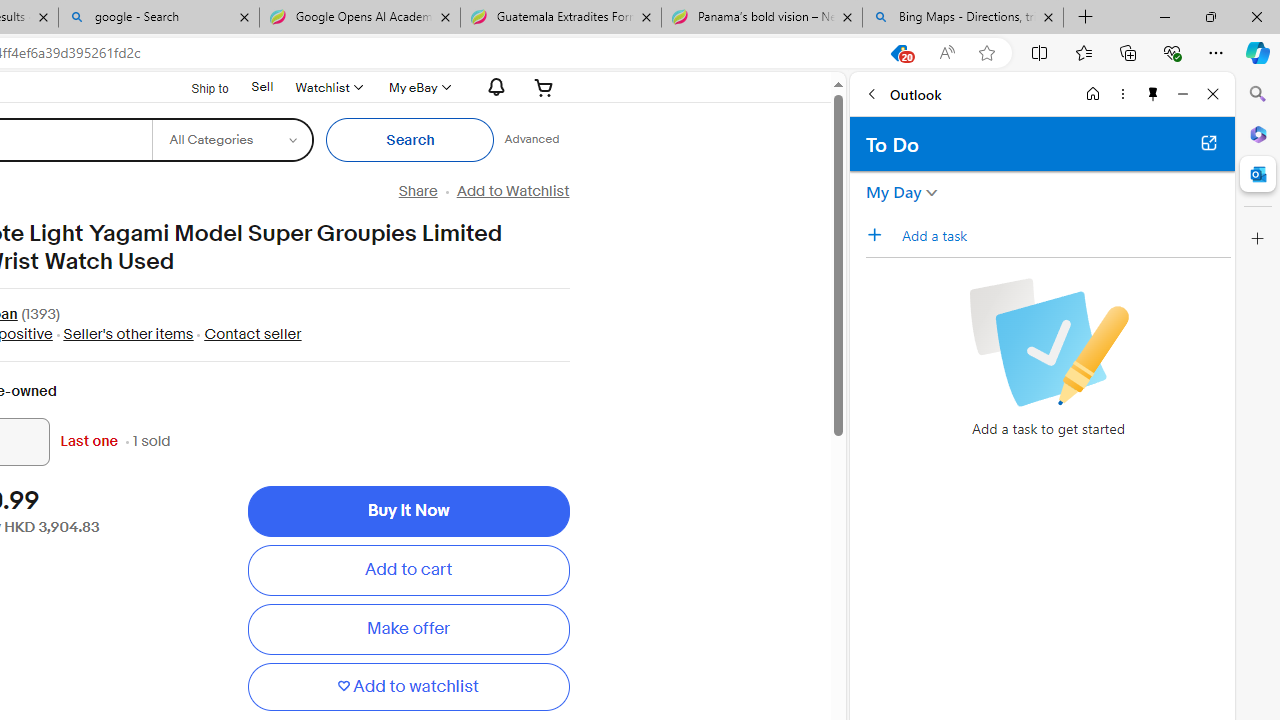 Image resolution: width=1280 pixels, height=720 pixels. What do you see at coordinates (407, 628) in the screenshot?
I see `'Make offer'` at bounding box center [407, 628].